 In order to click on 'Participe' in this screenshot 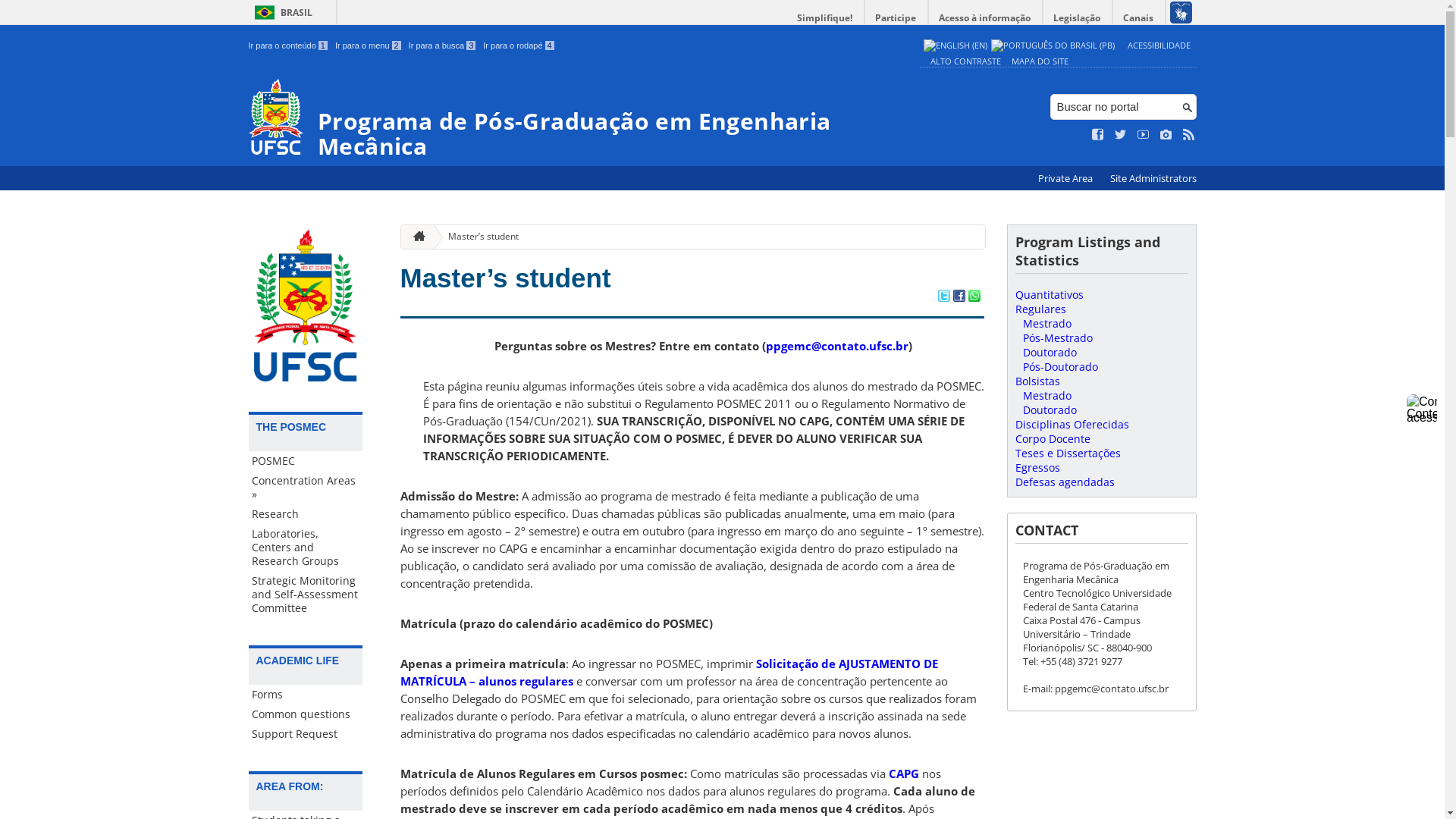, I will do `click(895, 17)`.